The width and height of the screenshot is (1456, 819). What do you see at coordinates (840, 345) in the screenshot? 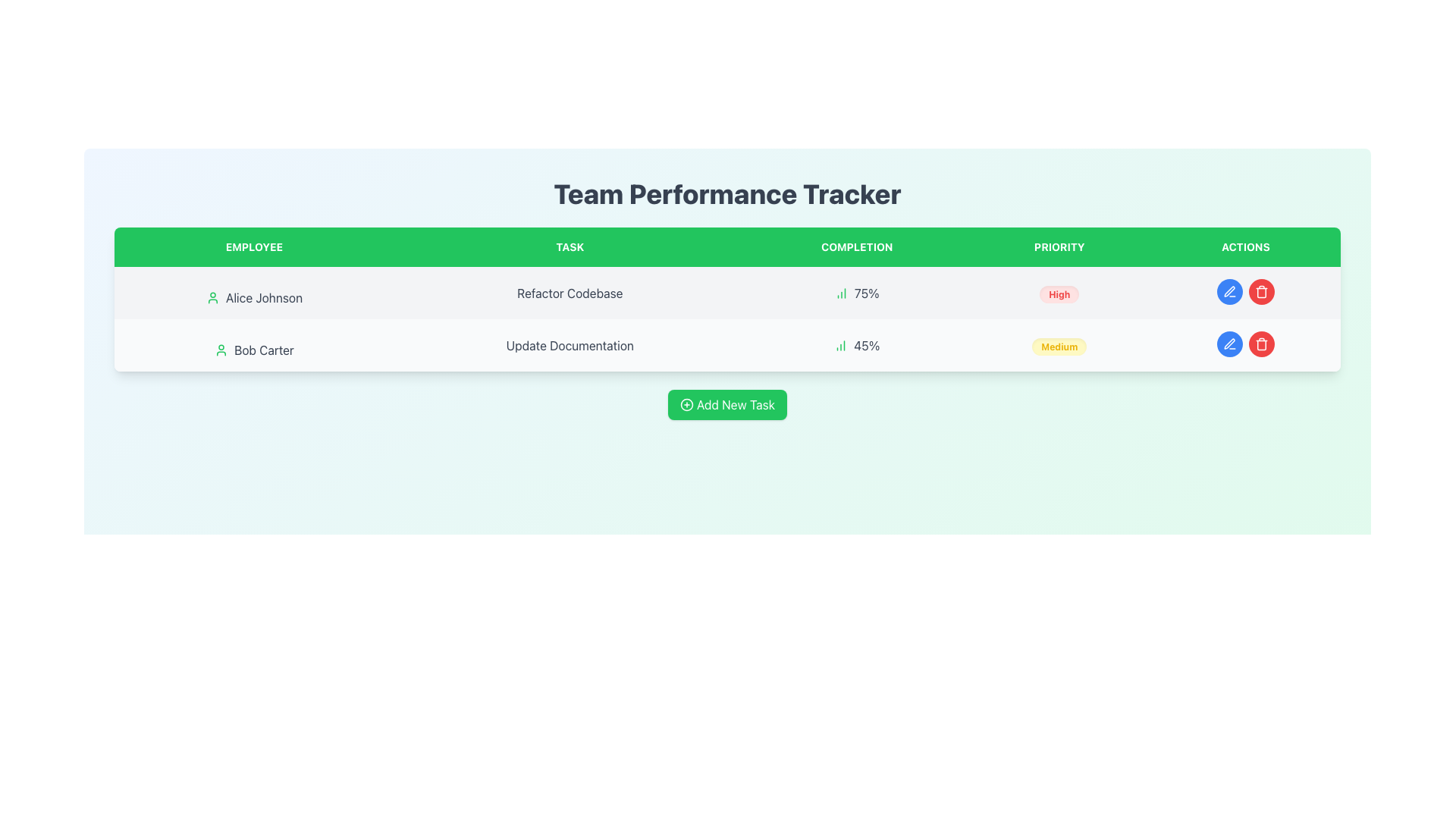
I see `the small green bar chart icon located next to the '45%' percentage text in the 'Completion' column of the second row in the 'Team Performance Tracker' table` at bounding box center [840, 345].